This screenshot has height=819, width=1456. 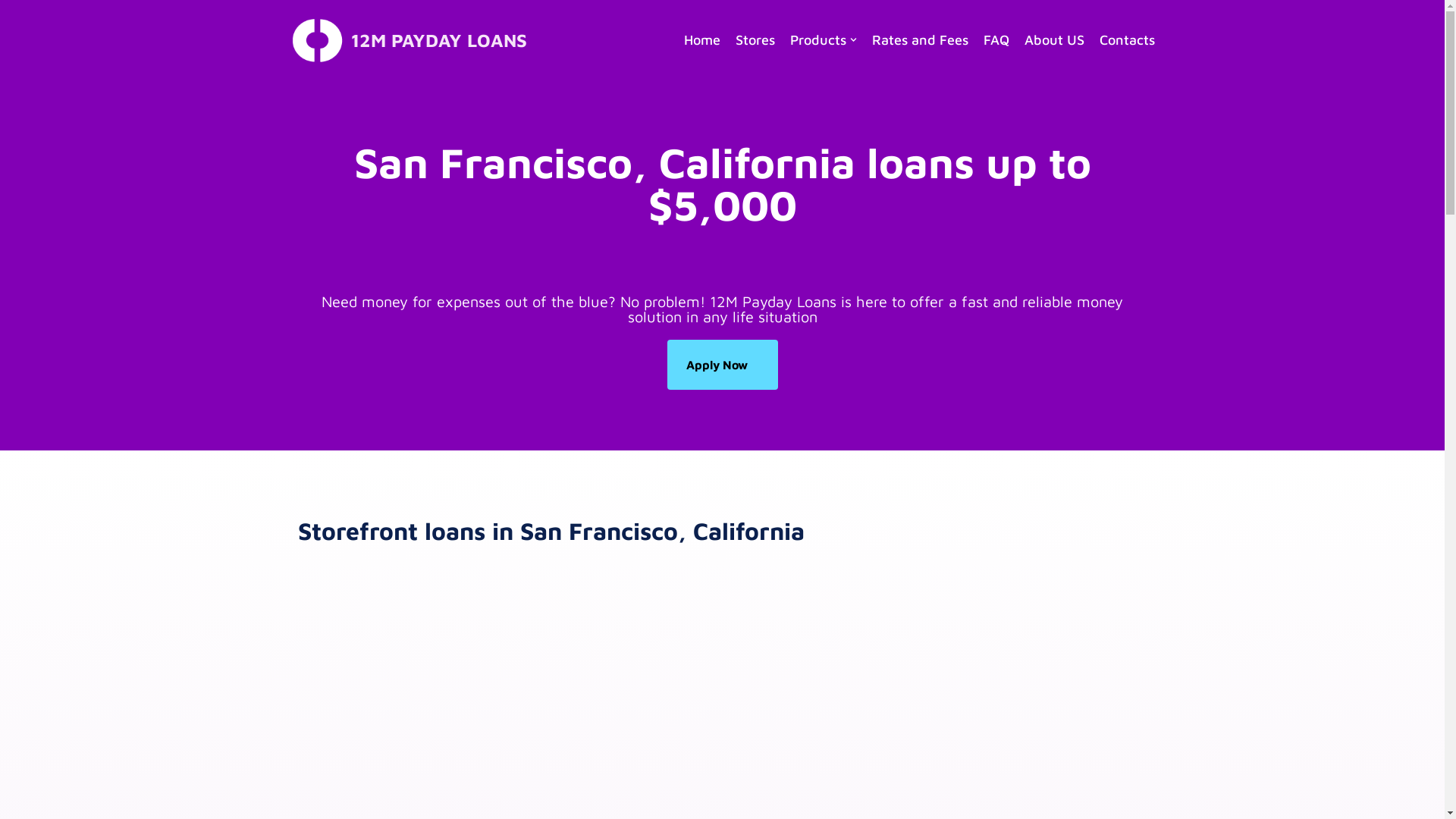 What do you see at coordinates (996, 39) in the screenshot?
I see `'FAQ'` at bounding box center [996, 39].